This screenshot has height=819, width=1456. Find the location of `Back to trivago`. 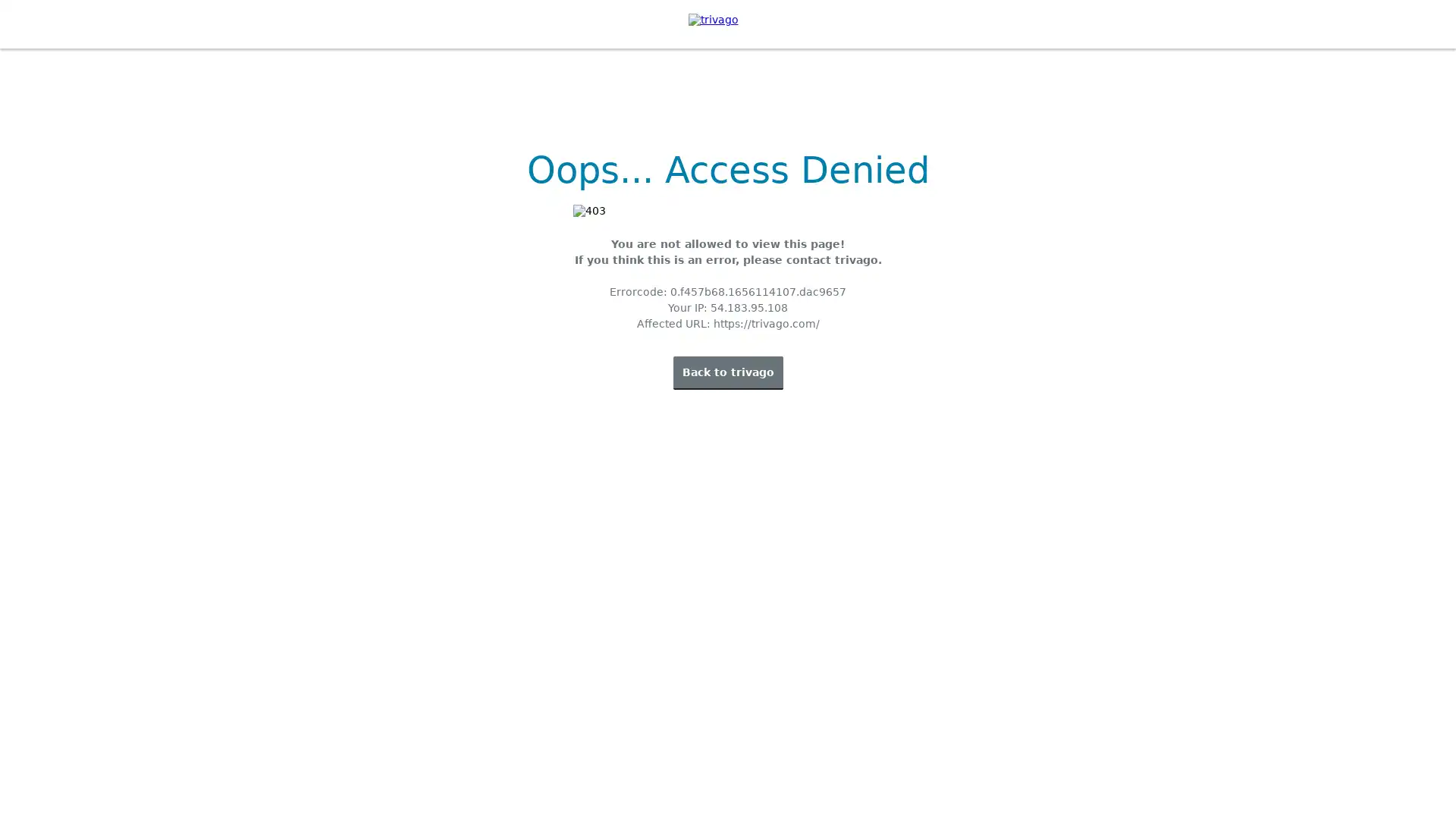

Back to trivago is located at coordinates (726, 372).